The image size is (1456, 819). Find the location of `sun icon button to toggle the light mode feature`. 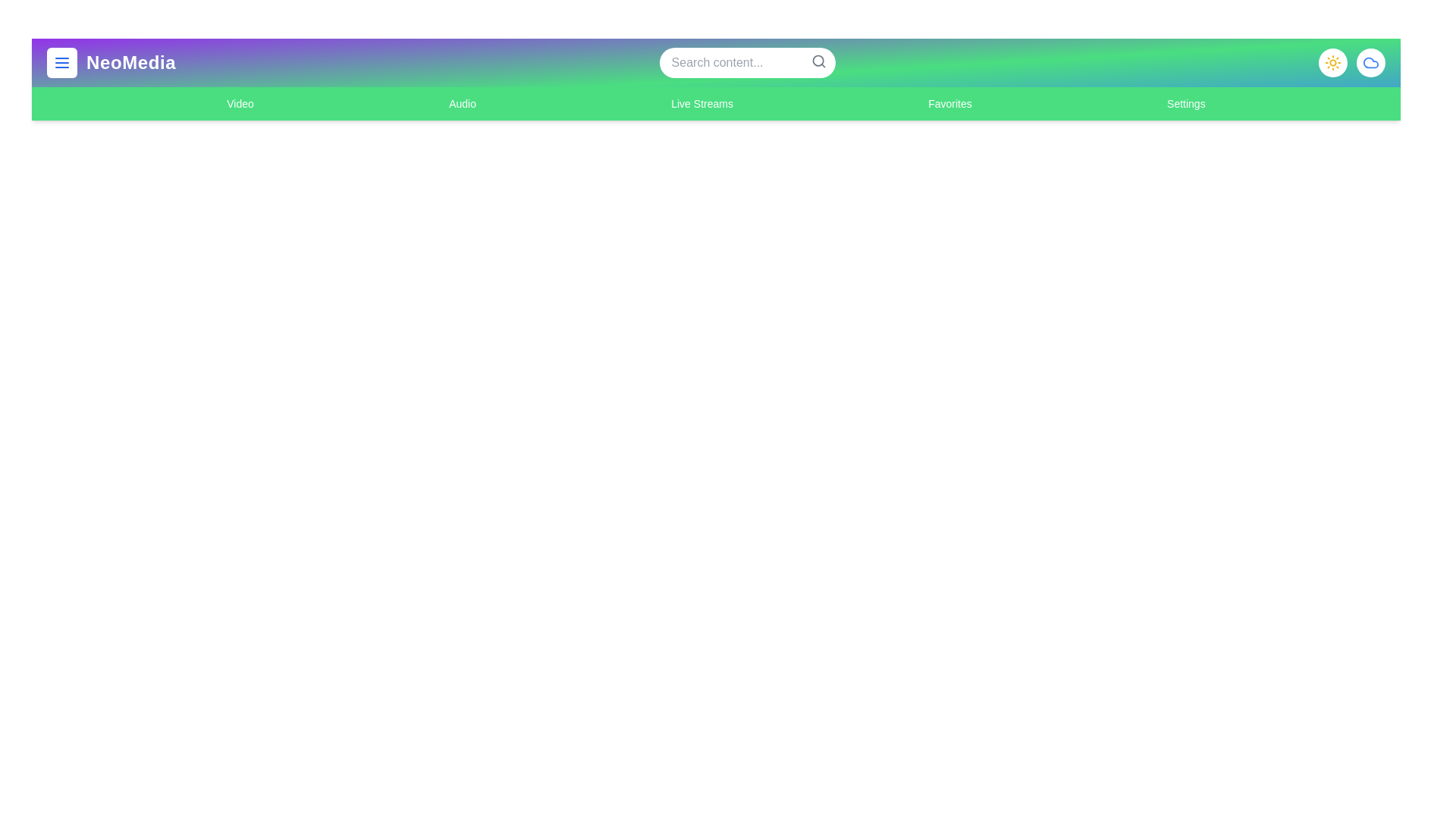

sun icon button to toggle the light mode feature is located at coordinates (1332, 62).